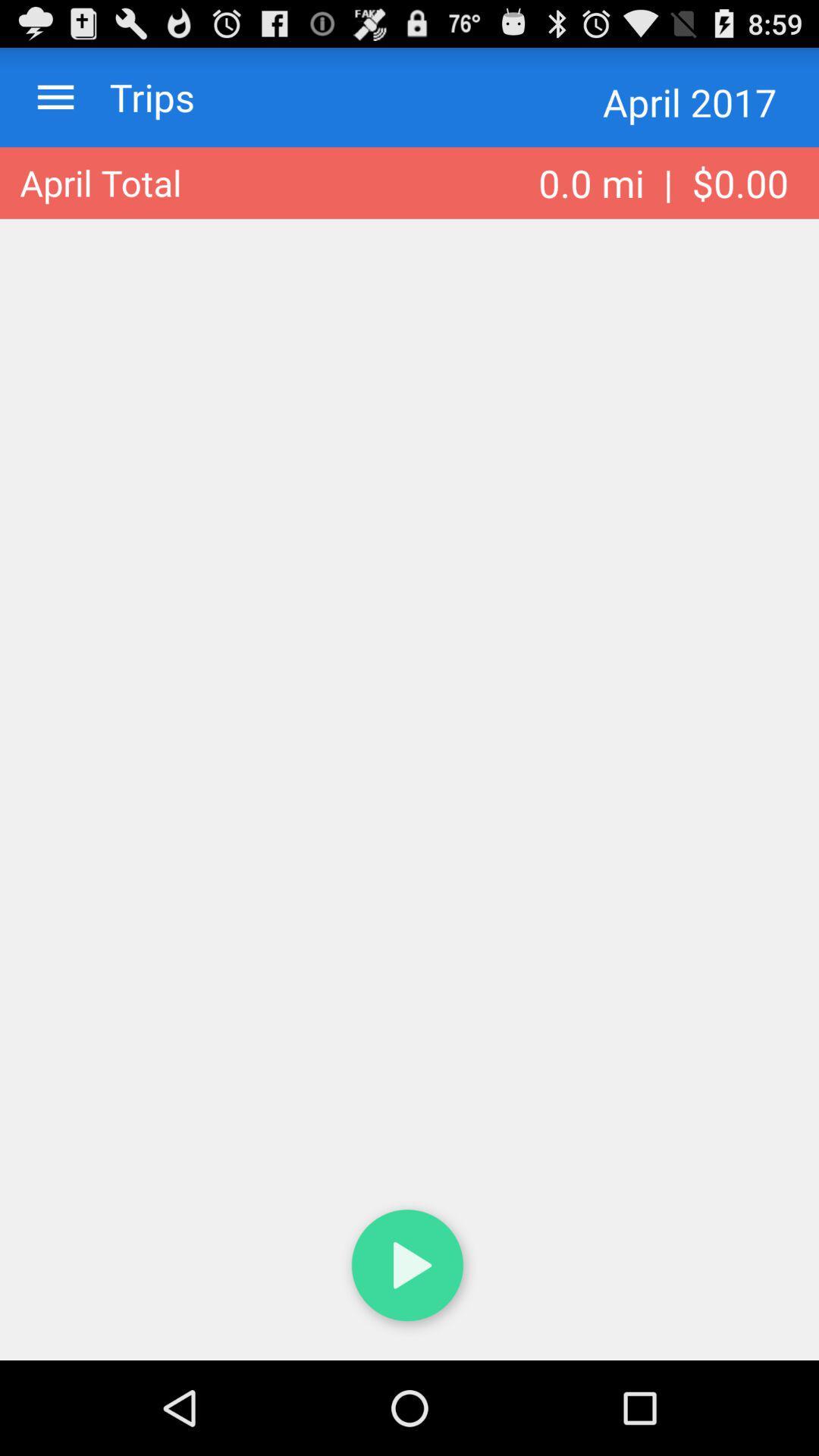  Describe the element at coordinates (137, 96) in the screenshot. I see `the icon next to april 2017 item` at that location.